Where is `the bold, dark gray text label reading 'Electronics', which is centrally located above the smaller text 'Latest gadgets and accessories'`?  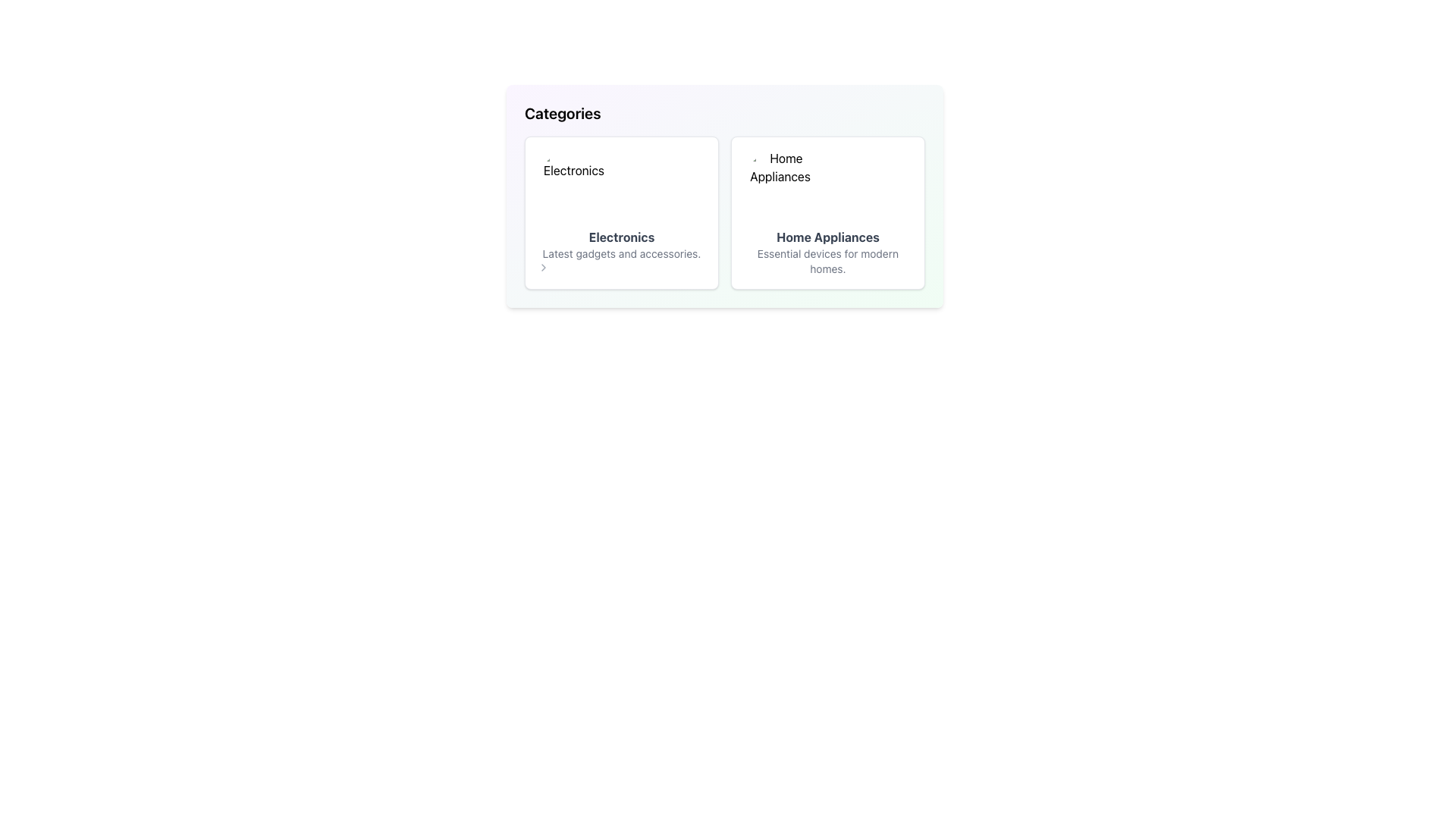 the bold, dark gray text label reading 'Electronics', which is centrally located above the smaller text 'Latest gadgets and accessories' is located at coordinates (622, 237).